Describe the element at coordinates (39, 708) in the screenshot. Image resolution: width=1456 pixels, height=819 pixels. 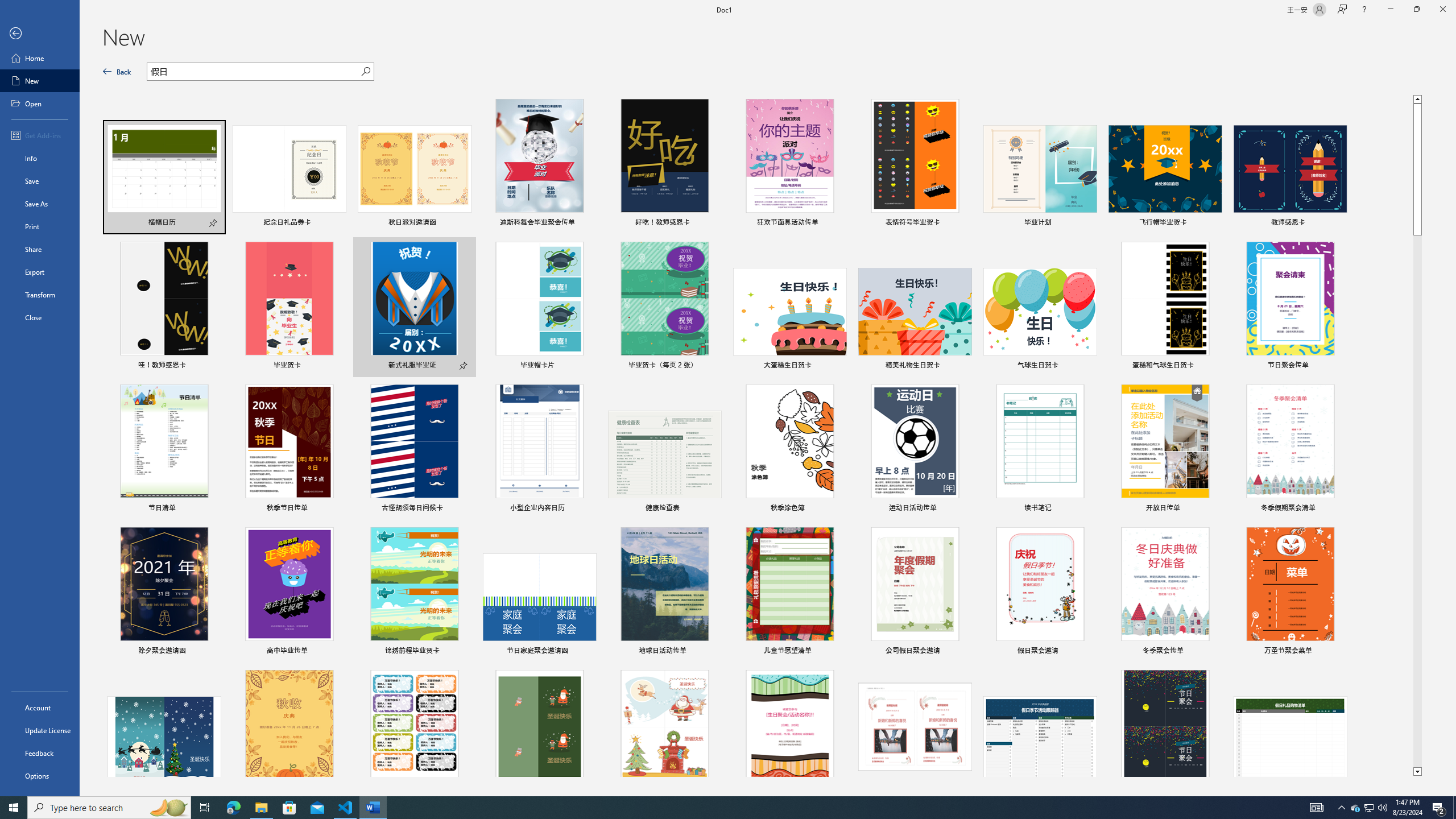
I see `'Account'` at that location.